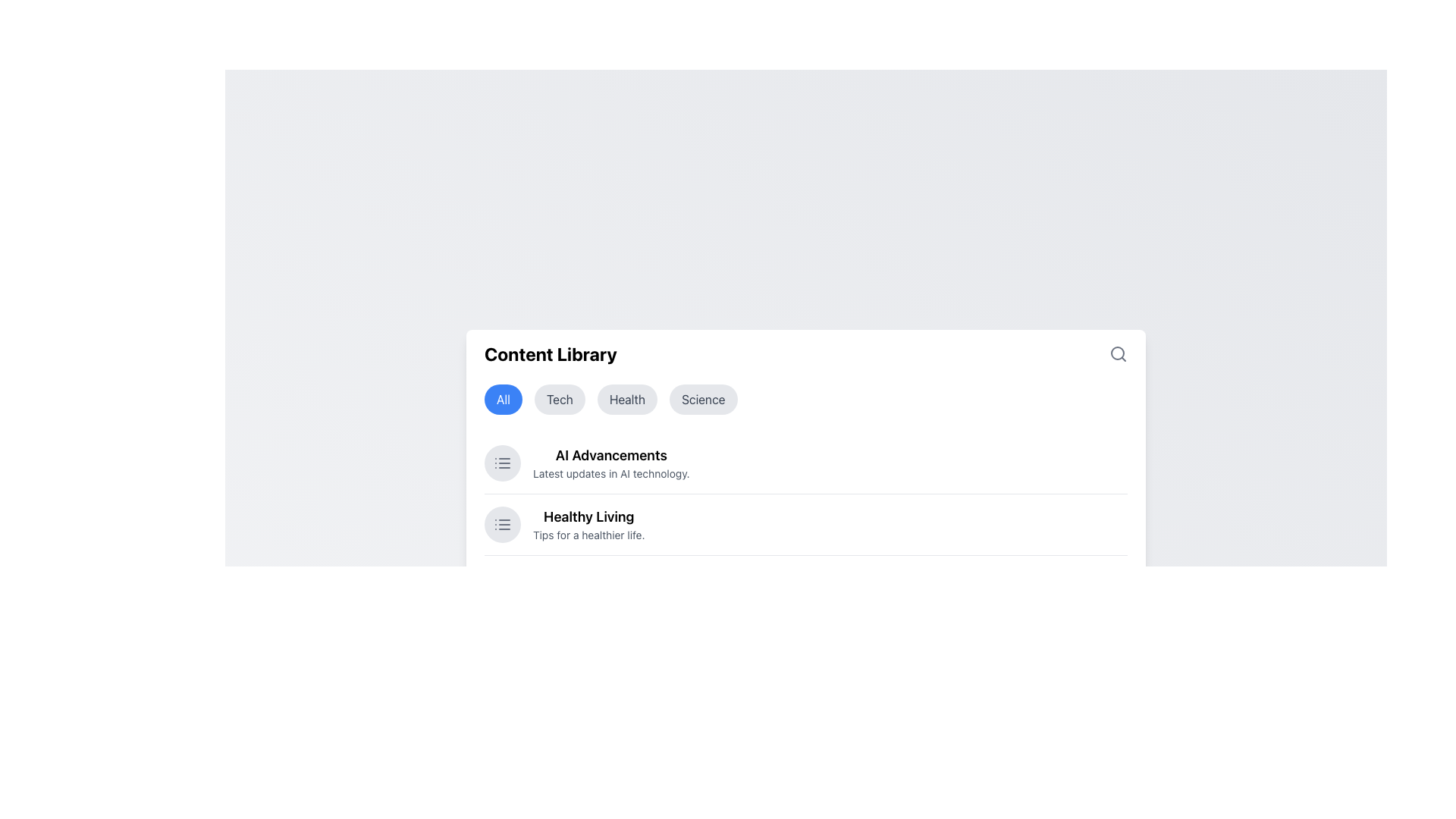  I want to click on the light gray circular button icon representing 'List View' in the Content Library sidebar, so click(502, 523).